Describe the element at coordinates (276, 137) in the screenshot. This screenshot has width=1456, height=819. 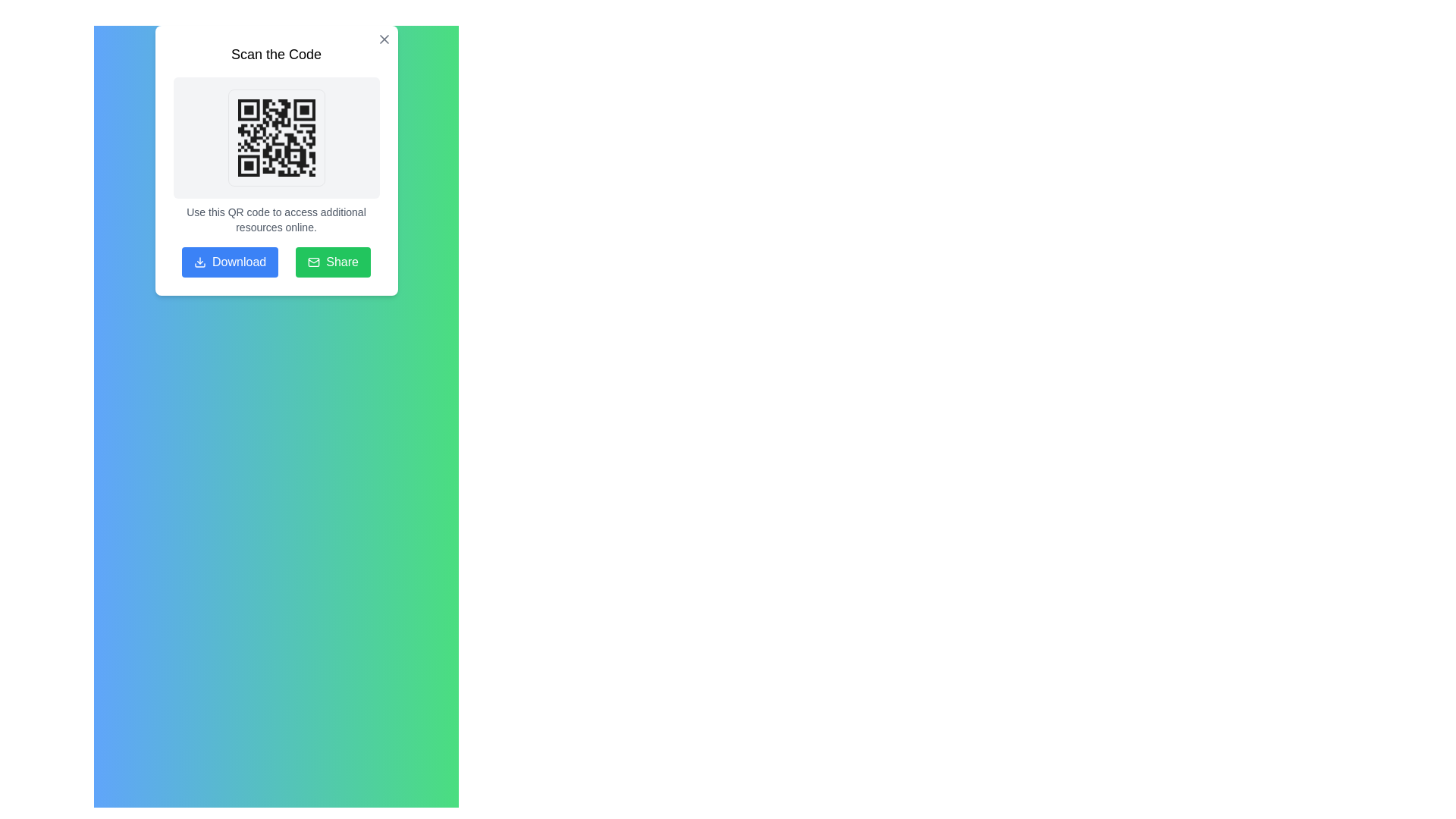
I see `the QR code element, which is a square format image with a black and white pixelated pattern, located in the center of a light gray rounded rectangle within a modal box` at that location.